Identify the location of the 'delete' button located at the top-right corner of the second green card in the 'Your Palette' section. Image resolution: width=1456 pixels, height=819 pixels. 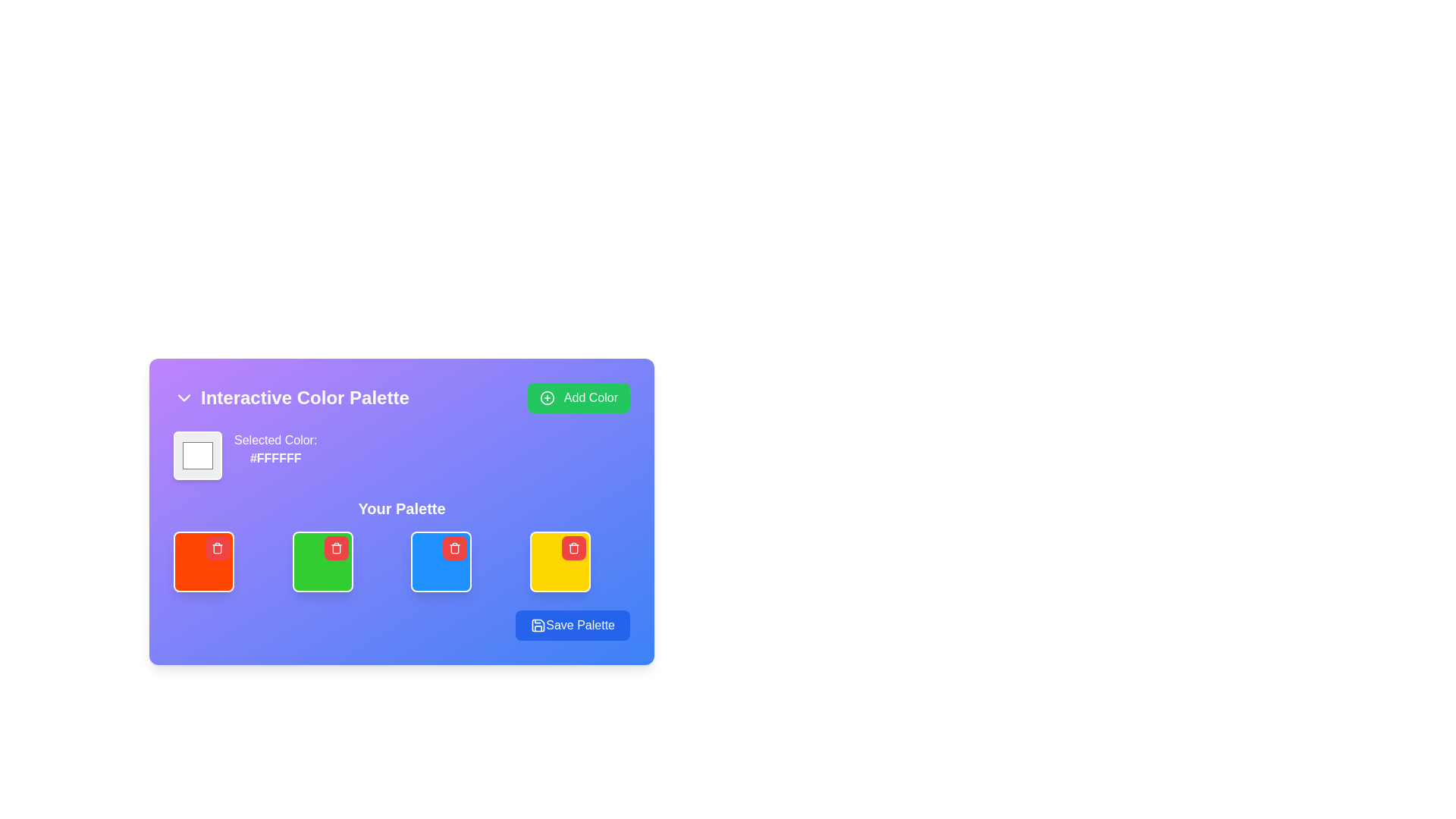
(335, 548).